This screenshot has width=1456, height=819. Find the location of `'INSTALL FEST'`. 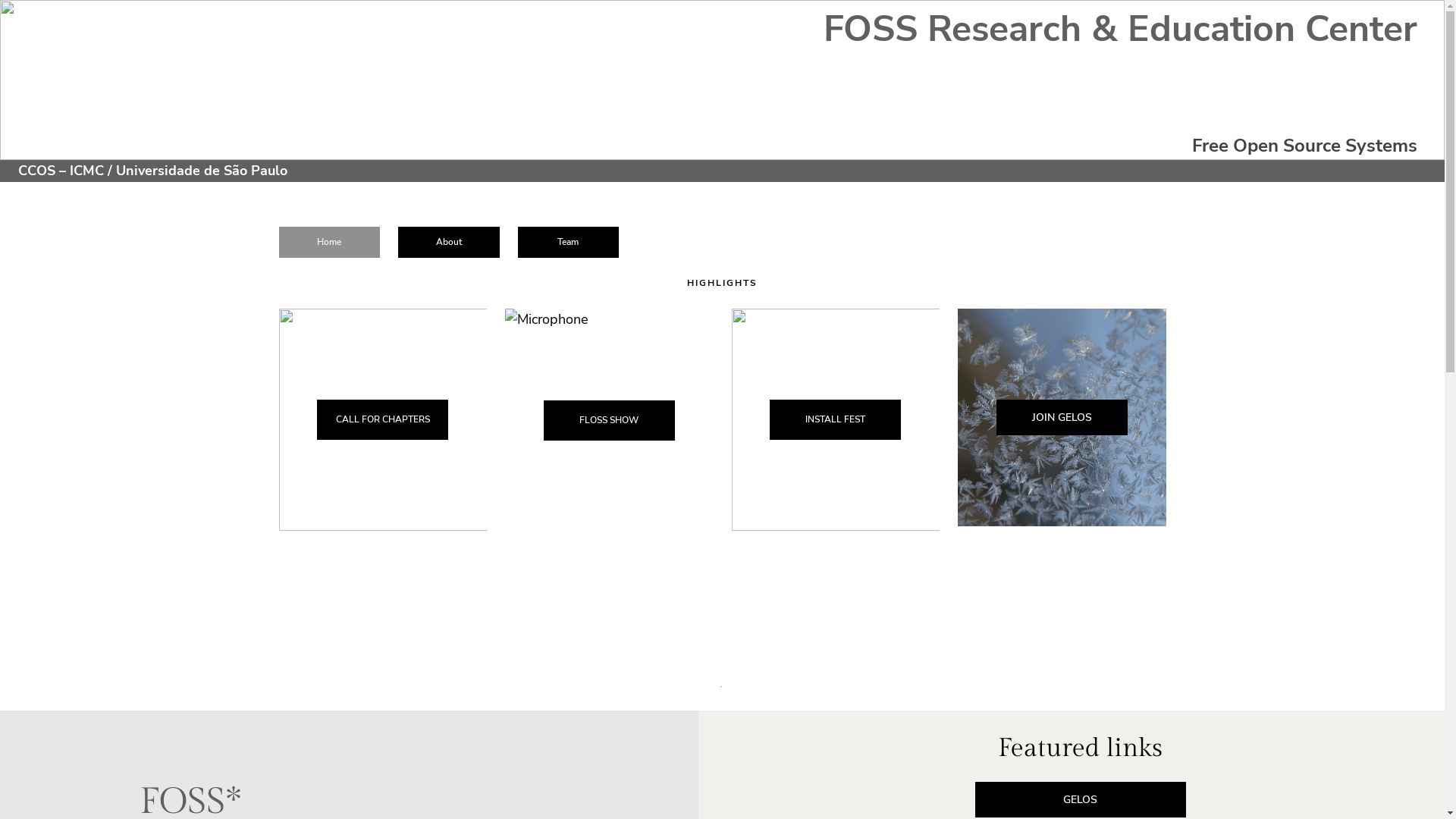

'INSTALL FEST' is located at coordinates (834, 419).